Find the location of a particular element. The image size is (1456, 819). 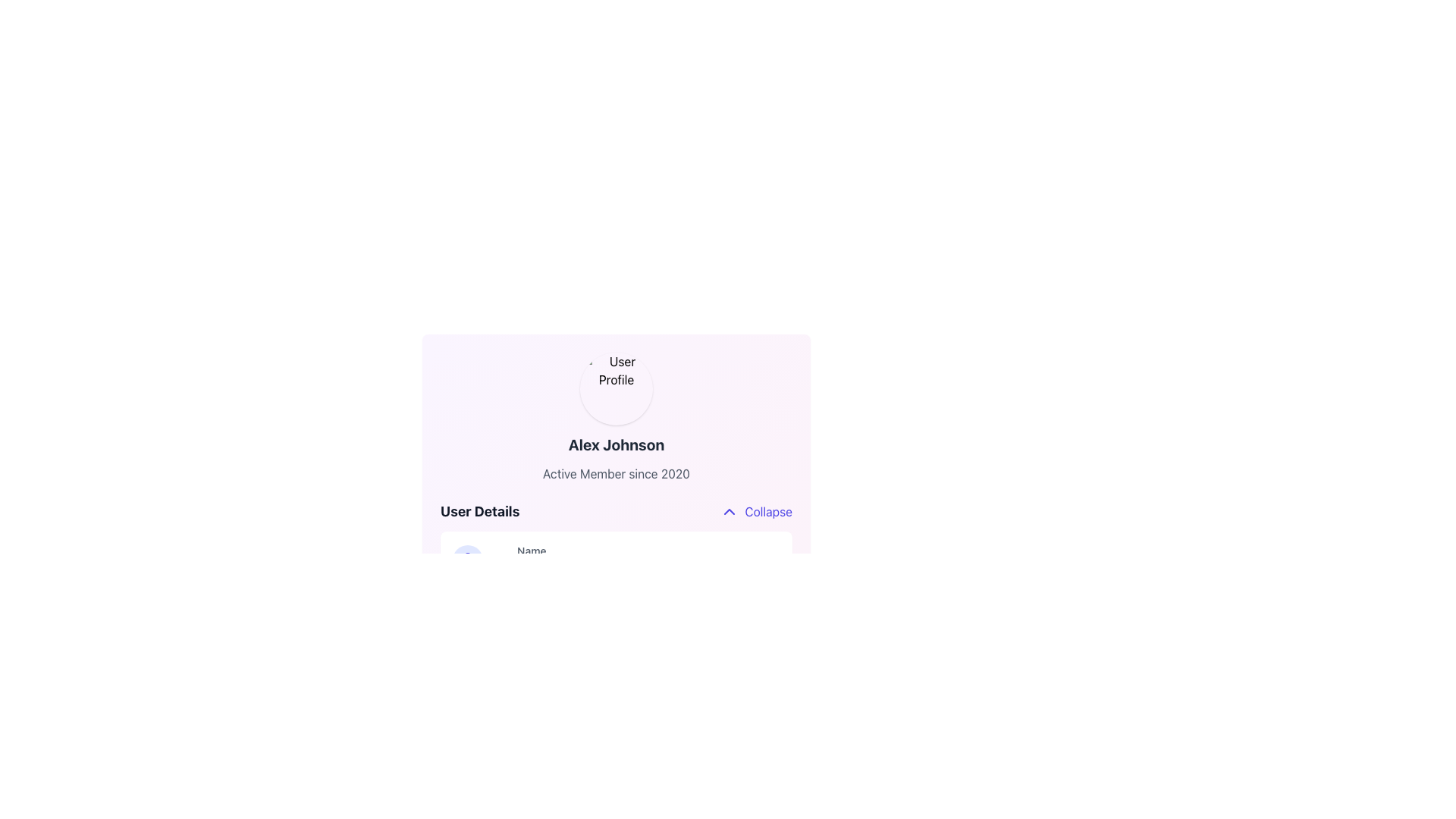

the interactive text link with an icon located in the top-right corner of the header section adjacent to the 'User Details' title is located at coordinates (756, 512).